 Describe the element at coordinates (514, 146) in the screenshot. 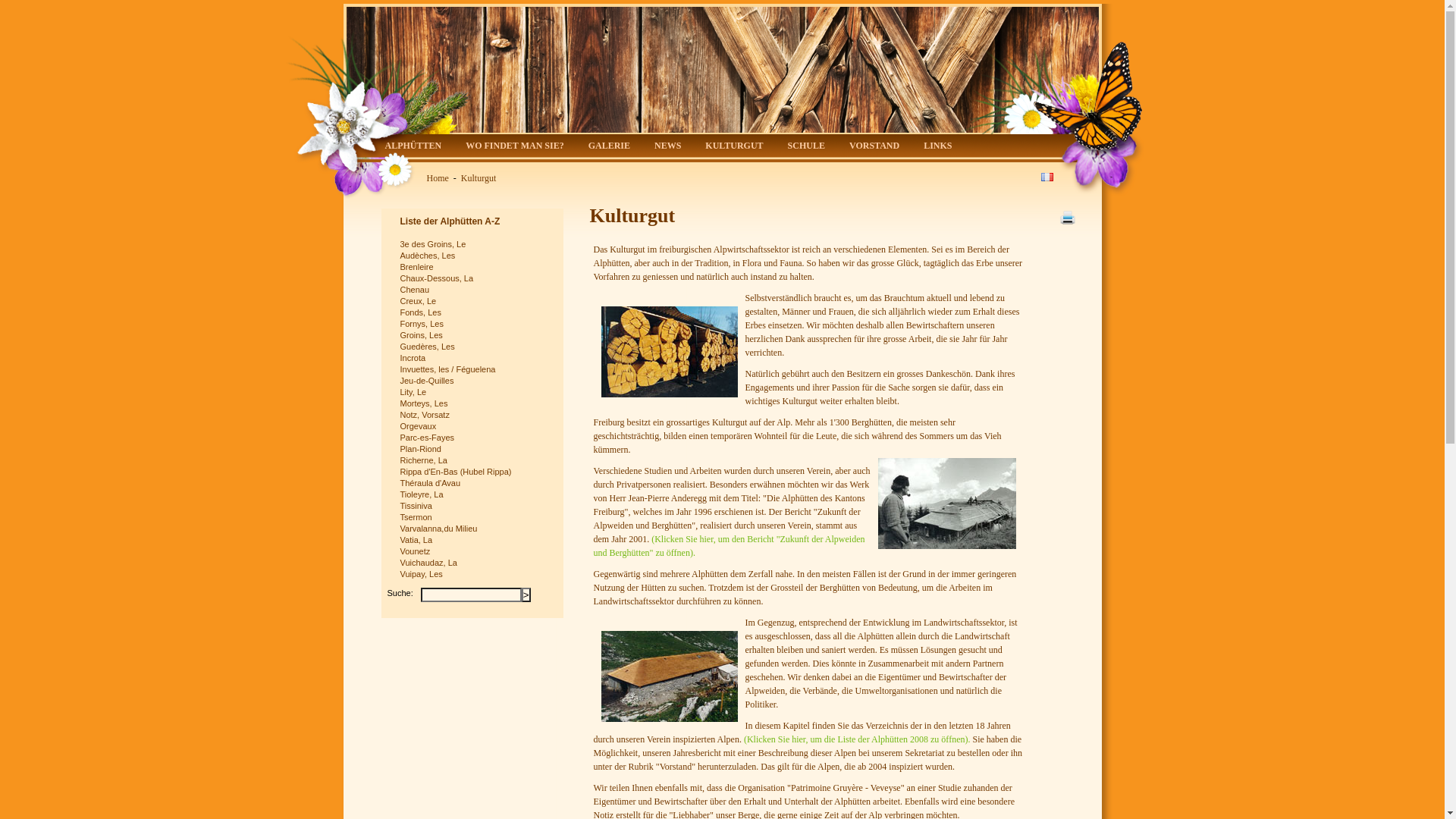

I see `'WO FINDET MAN SIE?'` at that location.